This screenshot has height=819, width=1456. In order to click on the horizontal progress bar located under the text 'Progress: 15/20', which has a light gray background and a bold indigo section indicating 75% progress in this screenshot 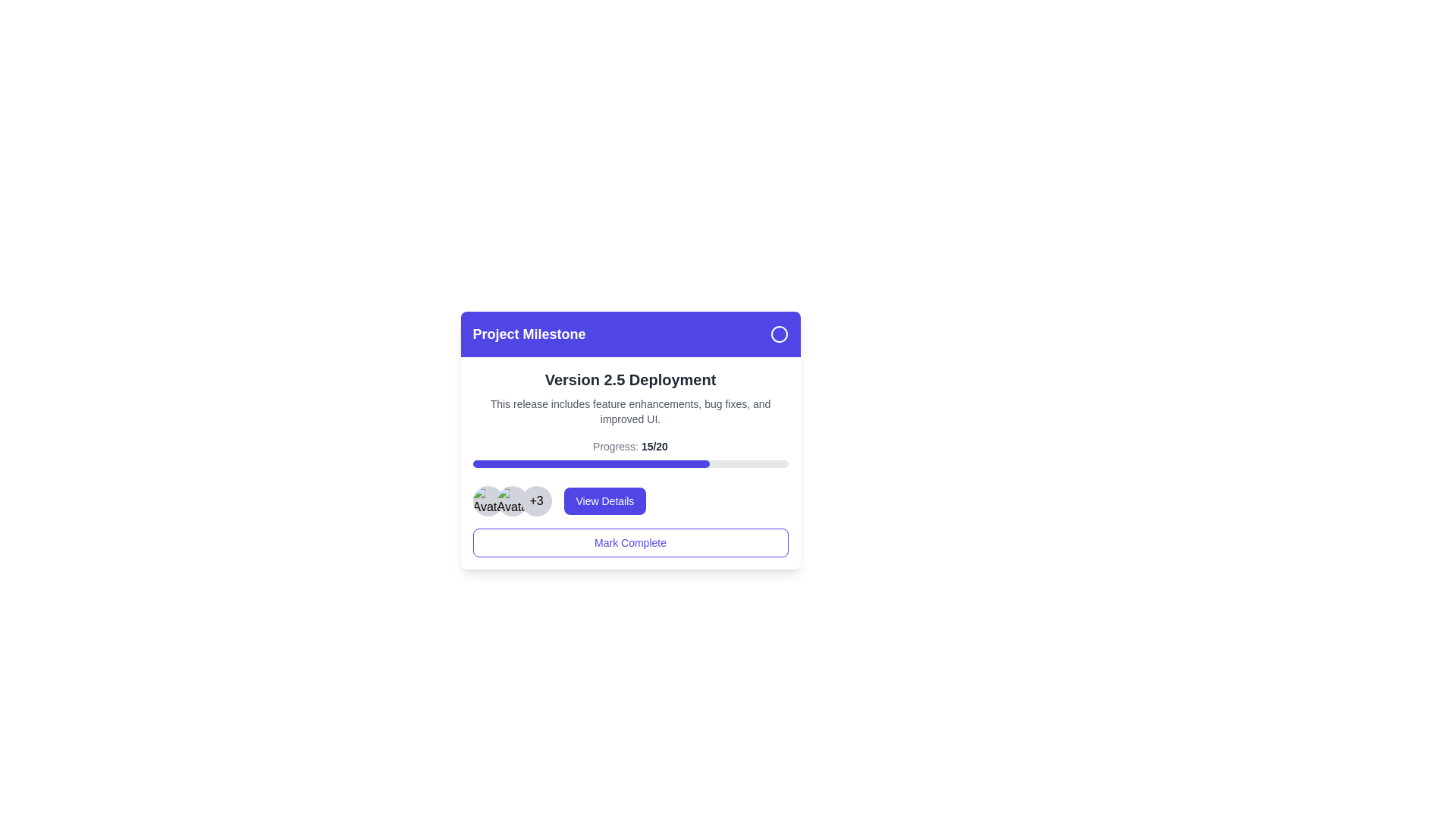, I will do `click(630, 463)`.